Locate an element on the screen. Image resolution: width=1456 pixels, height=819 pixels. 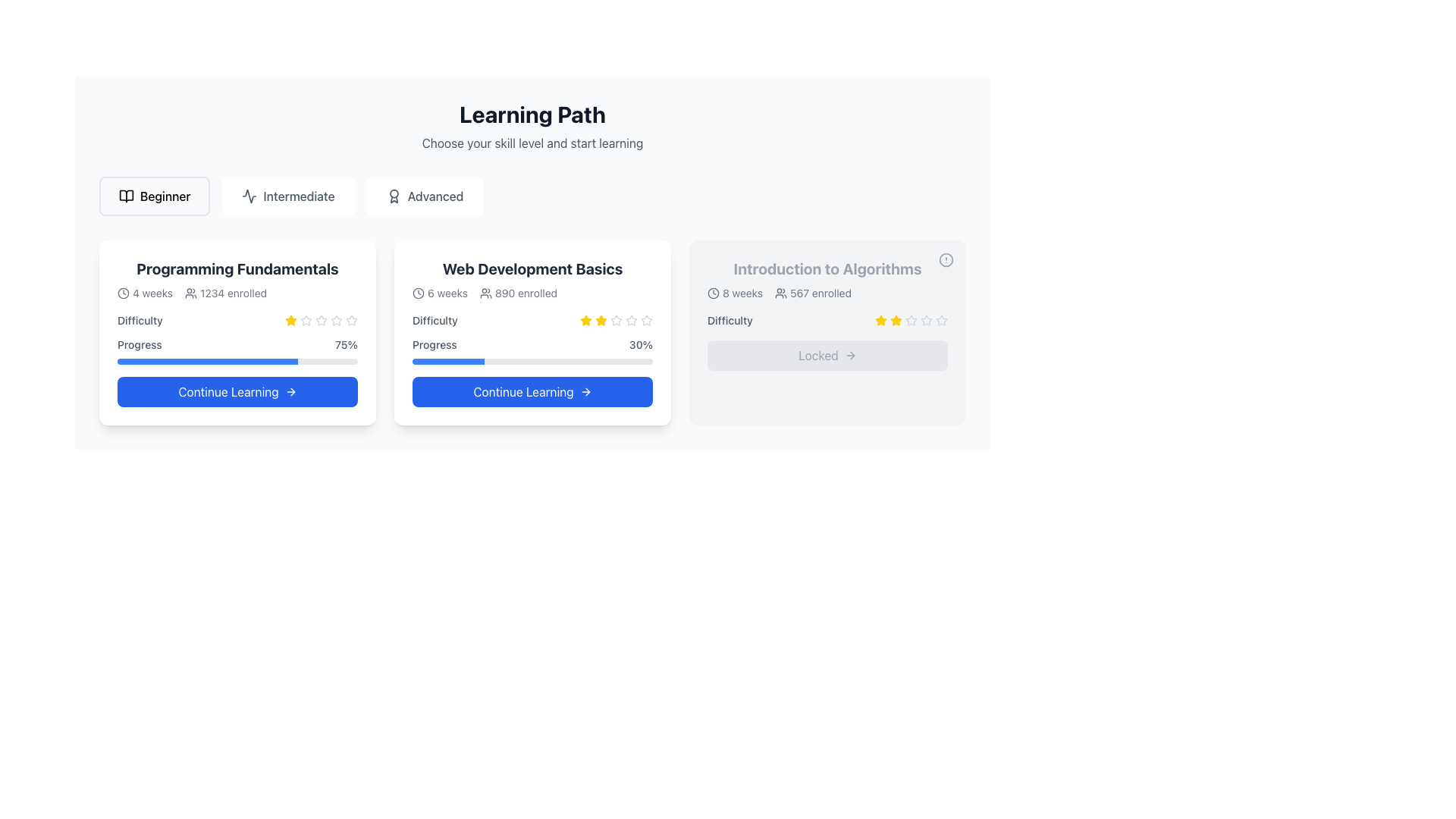
the course duration displayed as '8 weeks' in the introduction section of the 'Introduction to Algorithms' card is located at coordinates (735, 293).